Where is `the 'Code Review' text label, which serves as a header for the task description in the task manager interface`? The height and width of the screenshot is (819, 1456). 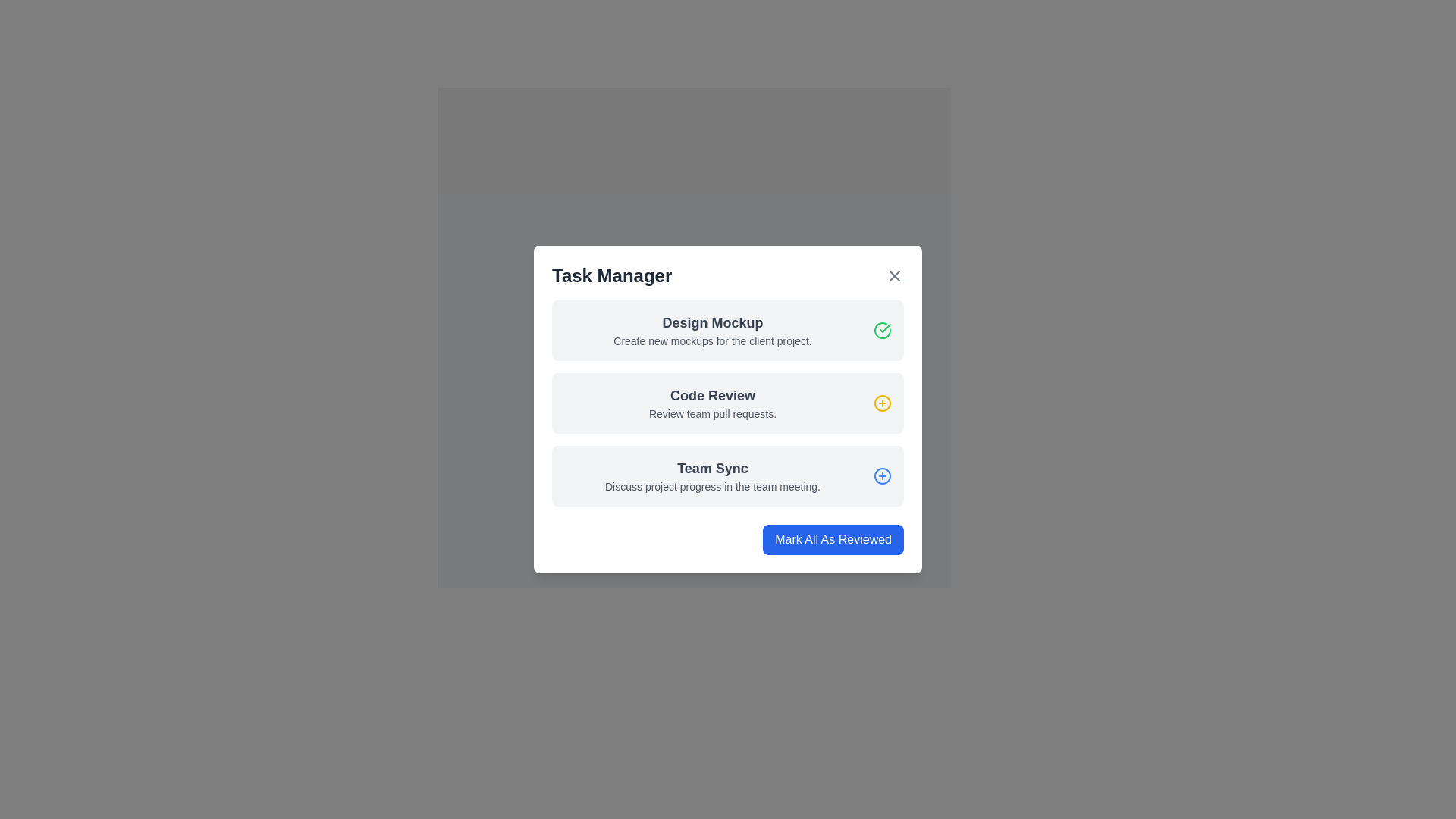
the 'Code Review' text label, which serves as a header for the task description in the task manager interface is located at coordinates (712, 394).